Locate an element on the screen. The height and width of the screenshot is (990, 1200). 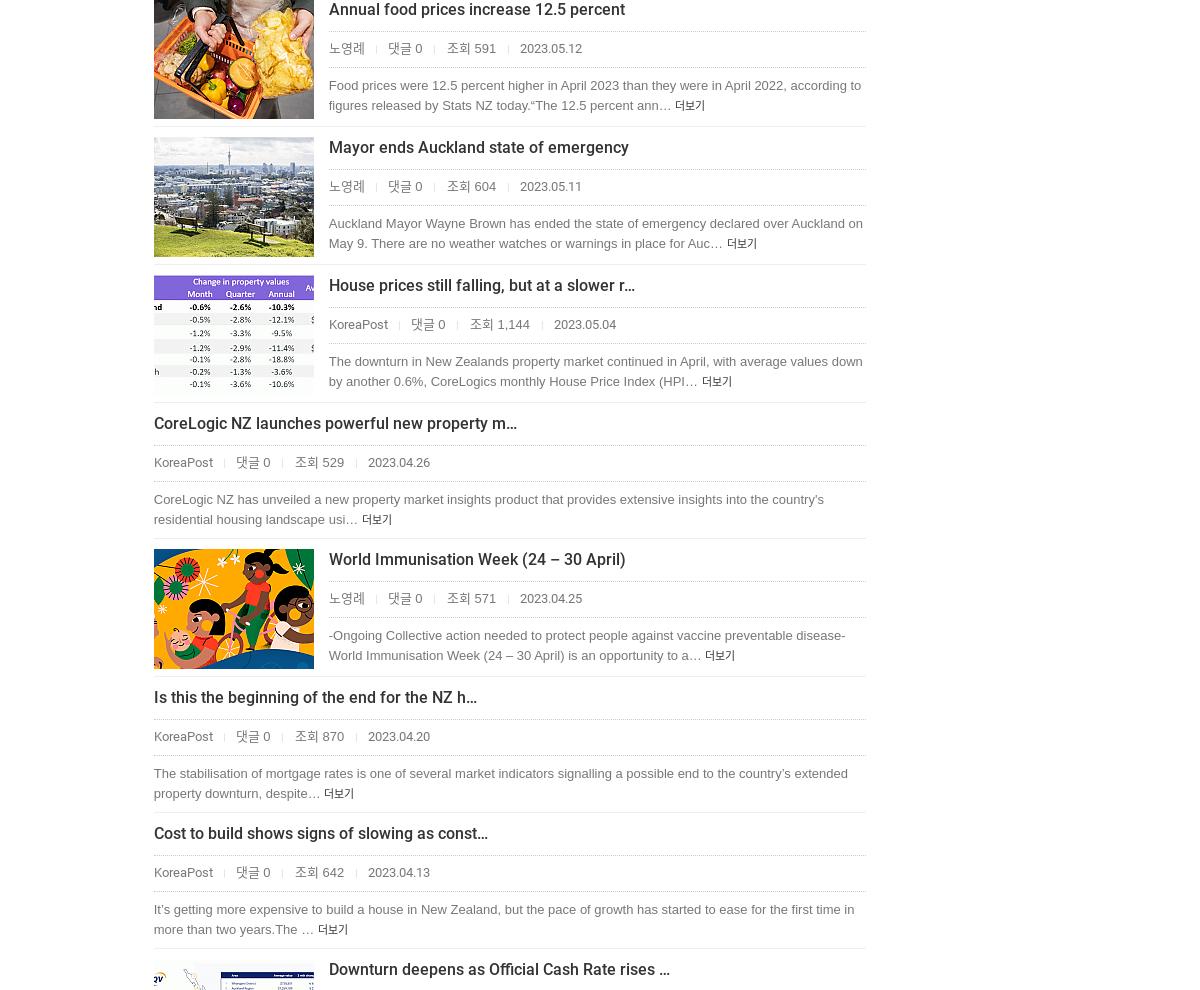
'It’s getting more expensive to build a house in New Zealand, but the pace of growth has started to ease for the first time in more than two years.The …' is located at coordinates (502, 918).